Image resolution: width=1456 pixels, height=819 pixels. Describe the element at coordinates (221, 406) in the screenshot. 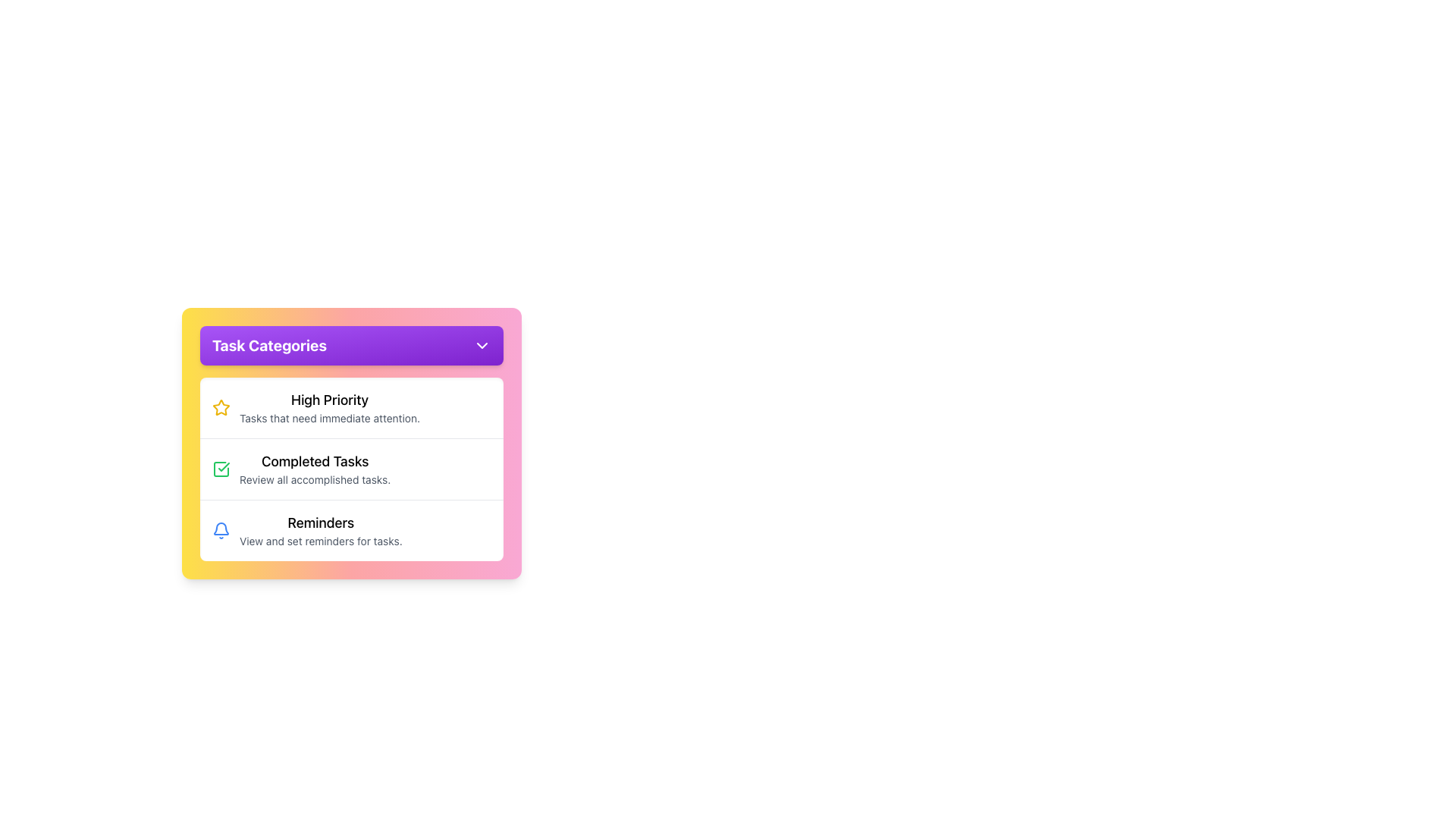

I see `the star-shaped icon with a yellow outline located in the 'Task Categories' section, aligned with 'High Priority' tasks` at that location.